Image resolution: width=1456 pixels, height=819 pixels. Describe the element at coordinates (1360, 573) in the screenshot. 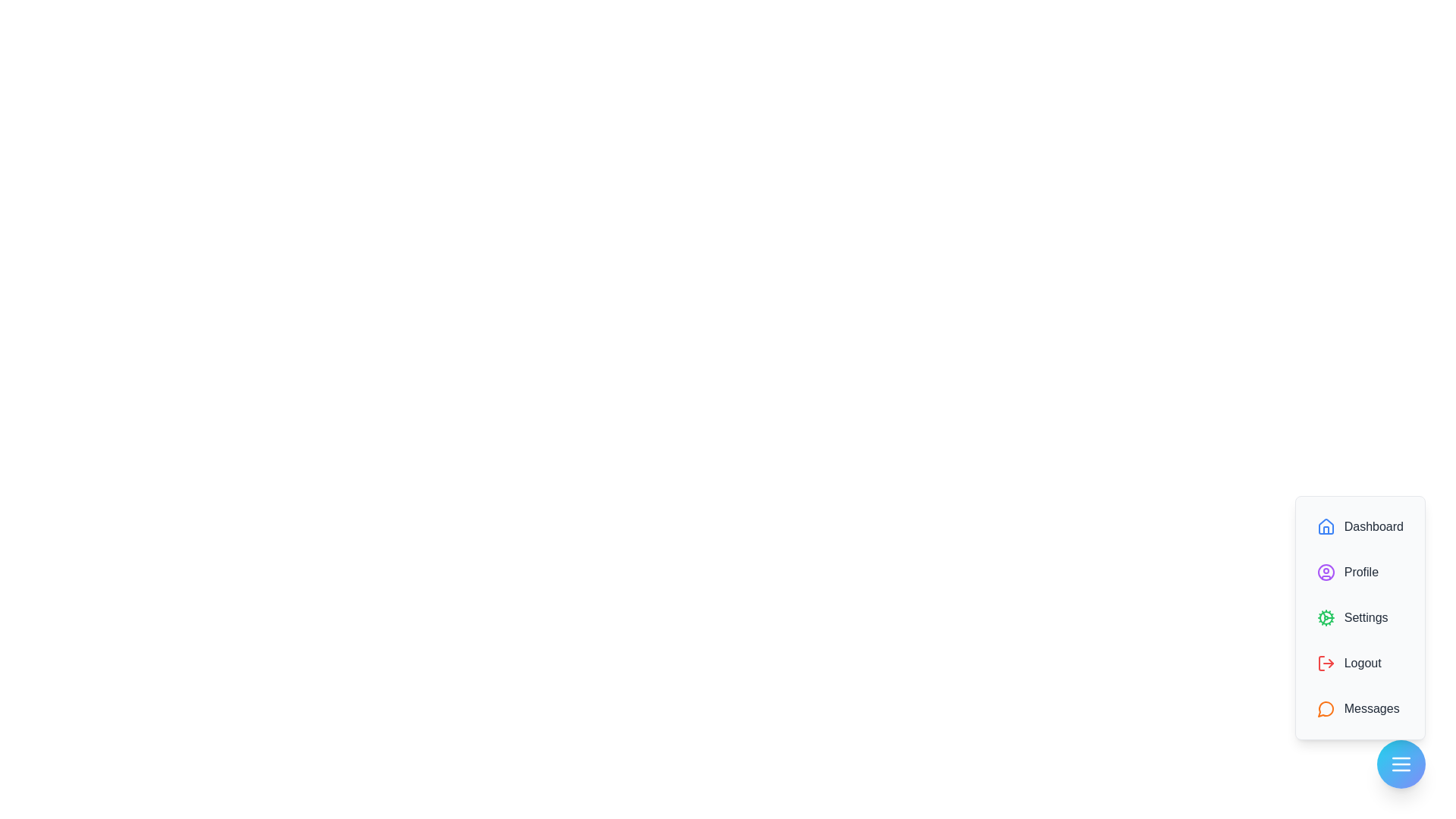

I see `the 'Profile' option in the menu` at that location.